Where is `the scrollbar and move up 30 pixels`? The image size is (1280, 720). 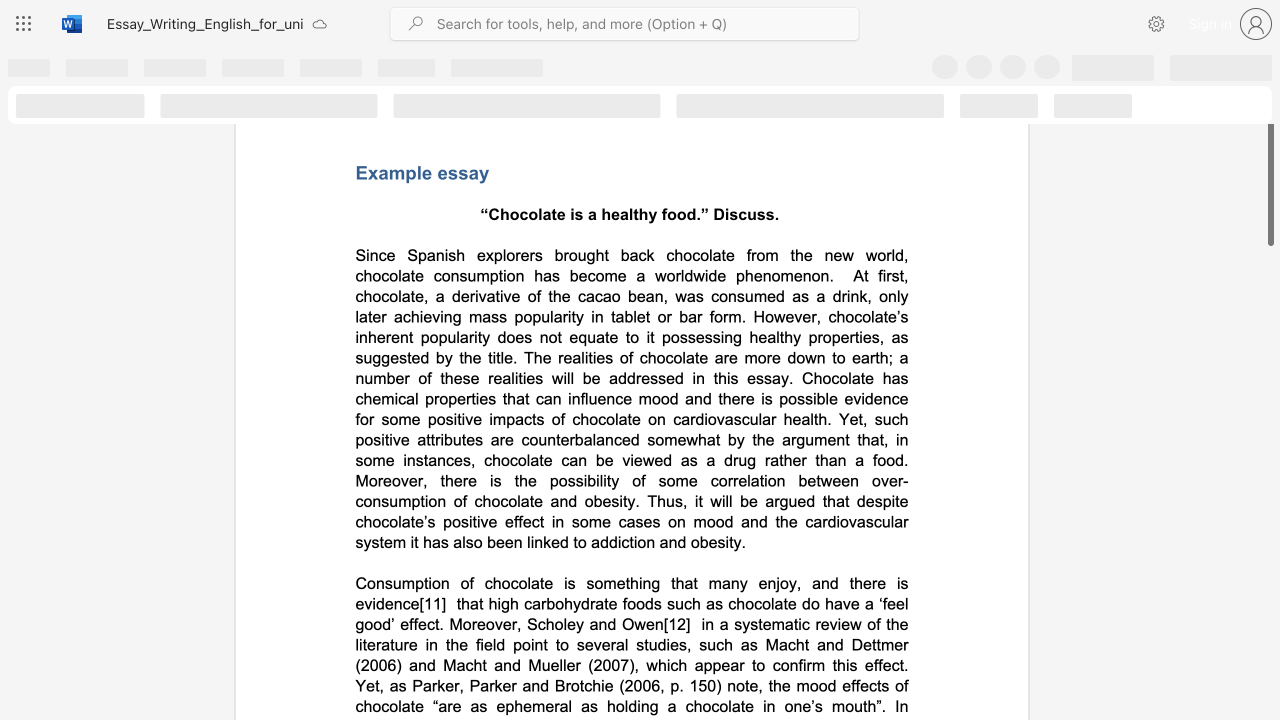
the scrollbar and move up 30 pixels is located at coordinates (1269, 154).